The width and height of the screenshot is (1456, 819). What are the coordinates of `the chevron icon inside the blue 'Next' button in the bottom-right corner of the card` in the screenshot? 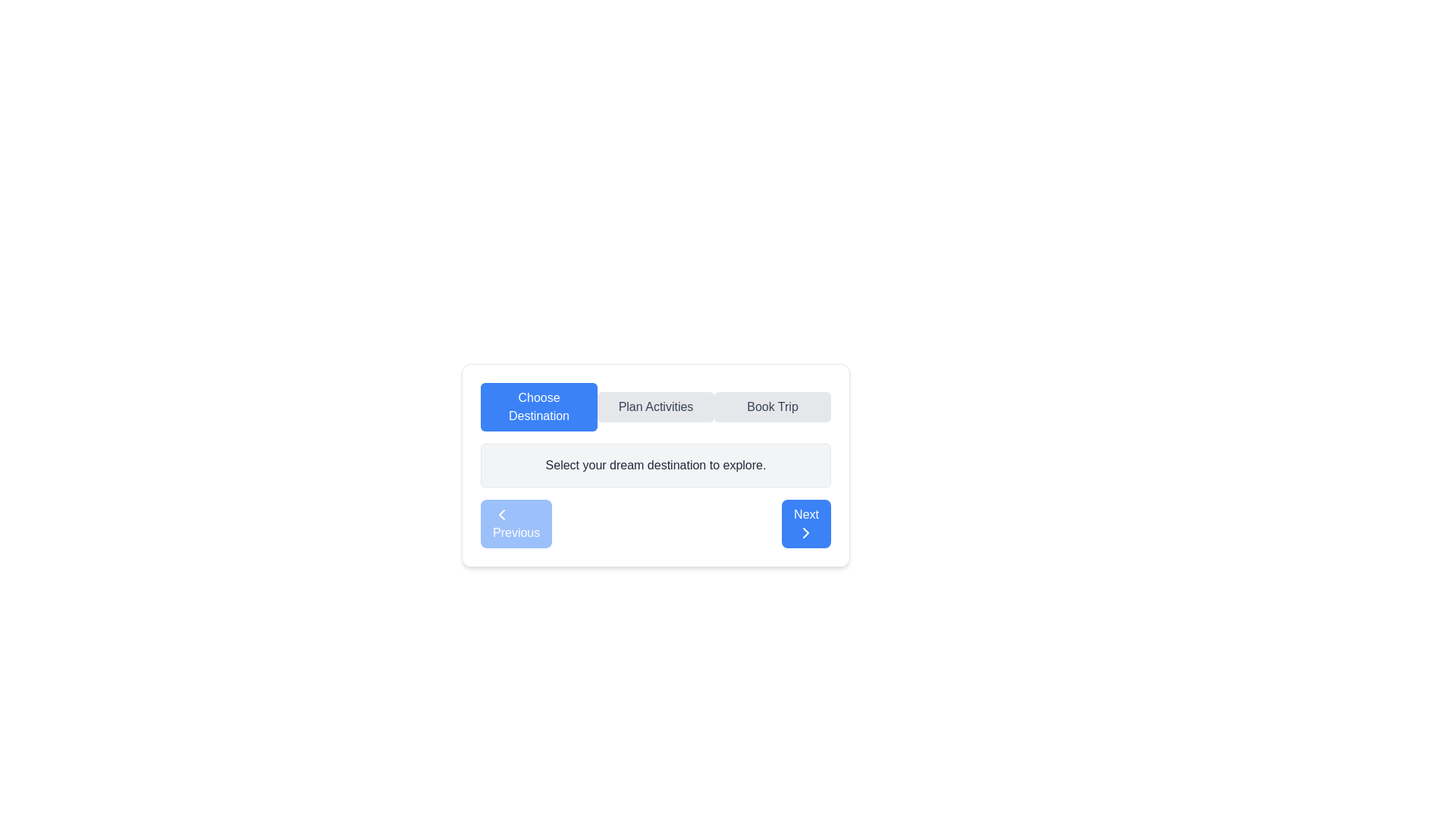 It's located at (805, 532).